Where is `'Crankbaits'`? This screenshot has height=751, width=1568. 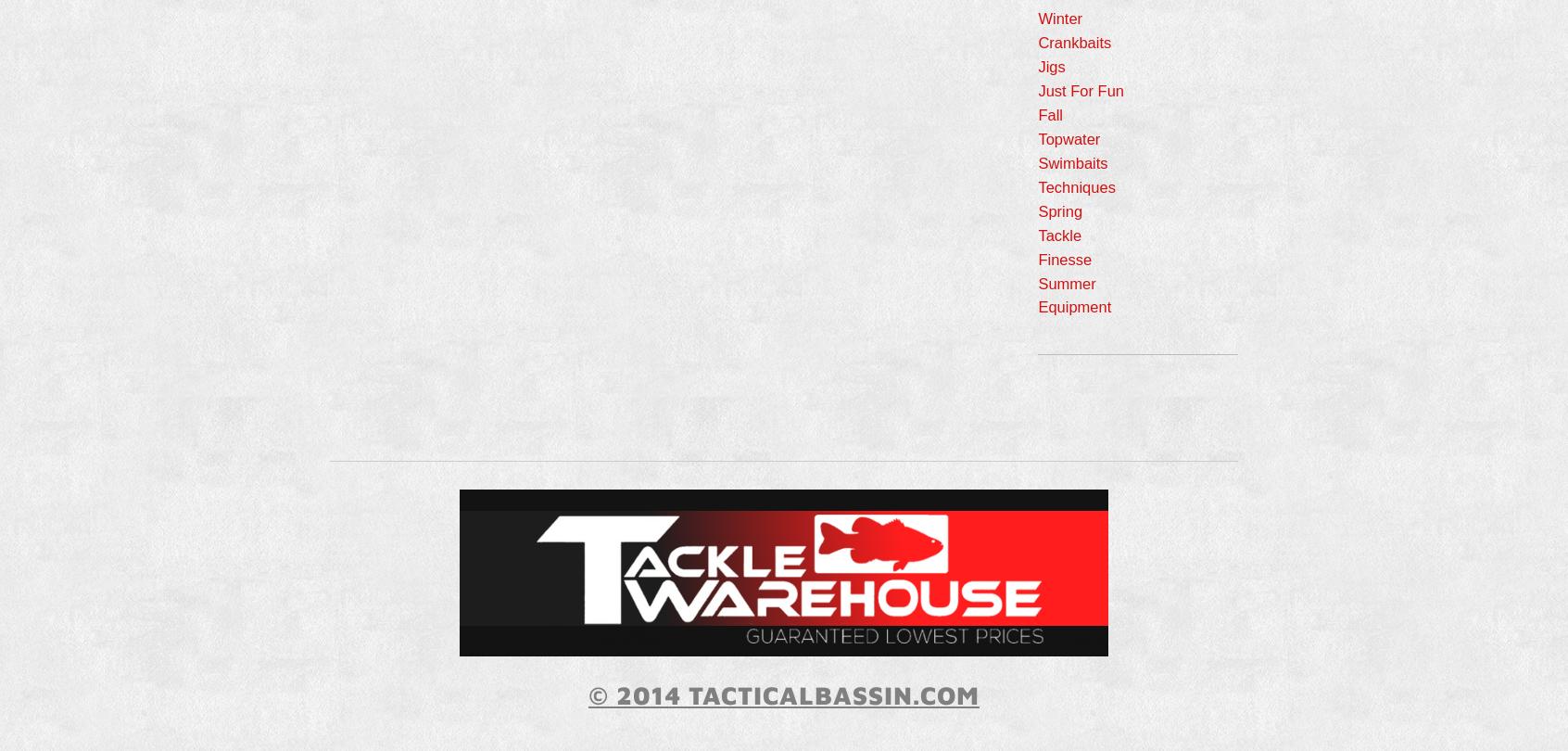
'Crankbaits' is located at coordinates (1073, 43).